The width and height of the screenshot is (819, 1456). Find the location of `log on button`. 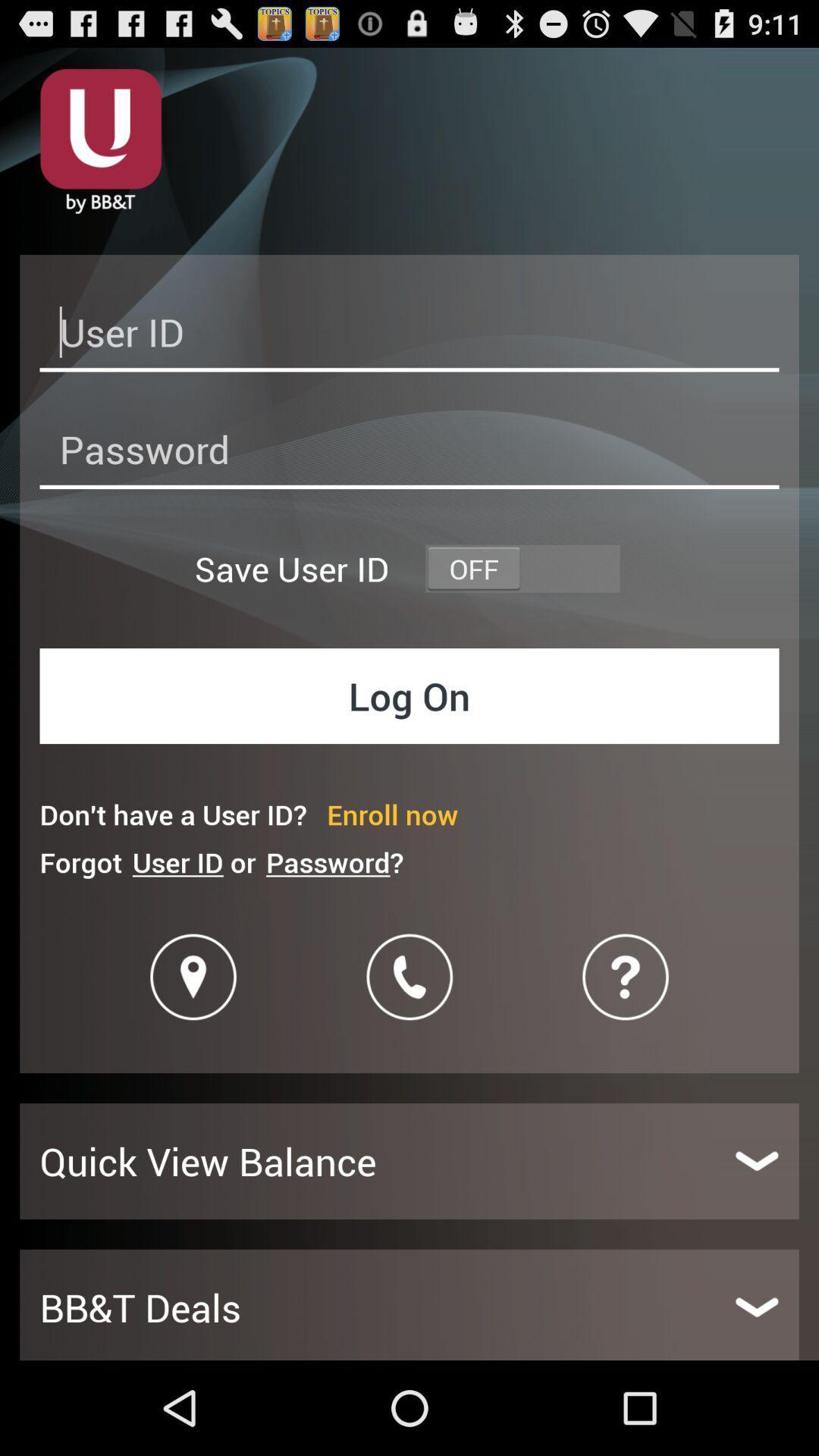

log on button is located at coordinates (409, 695).